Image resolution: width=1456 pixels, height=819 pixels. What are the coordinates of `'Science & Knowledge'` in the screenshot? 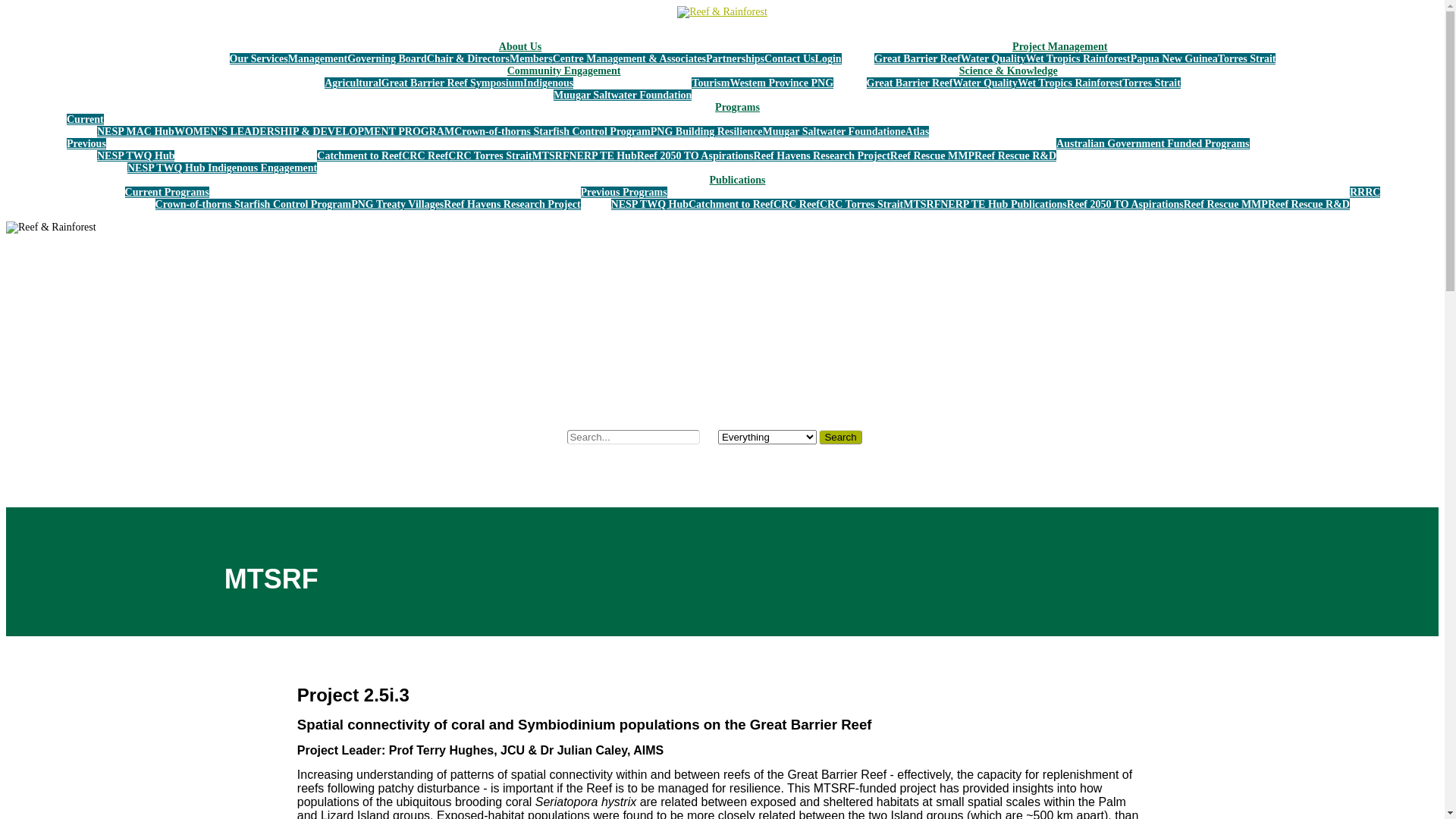 It's located at (1008, 71).